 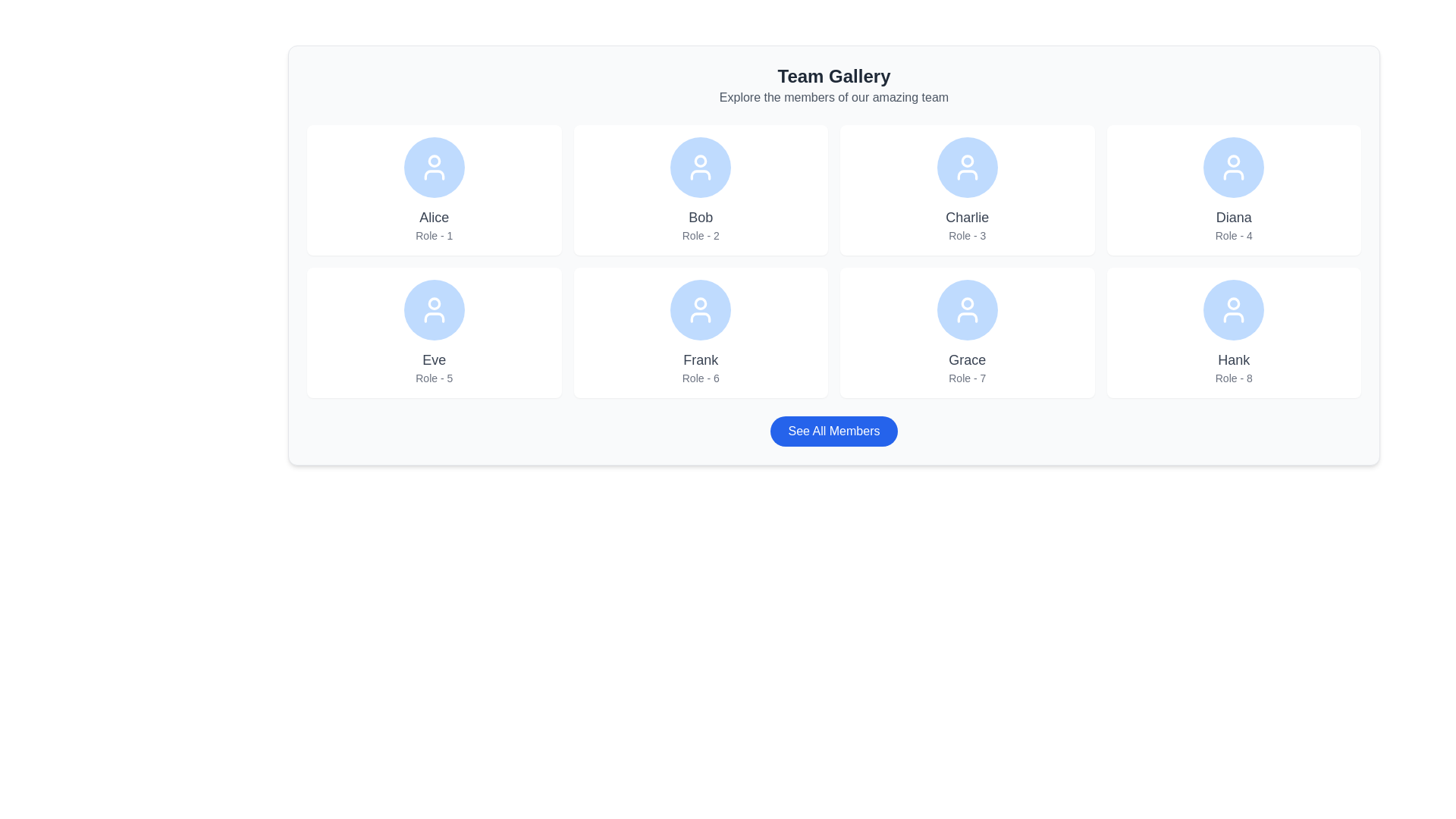 I want to click on the button located at the bottom center of the layout, which reveals additional information about all members, so click(x=833, y=431).